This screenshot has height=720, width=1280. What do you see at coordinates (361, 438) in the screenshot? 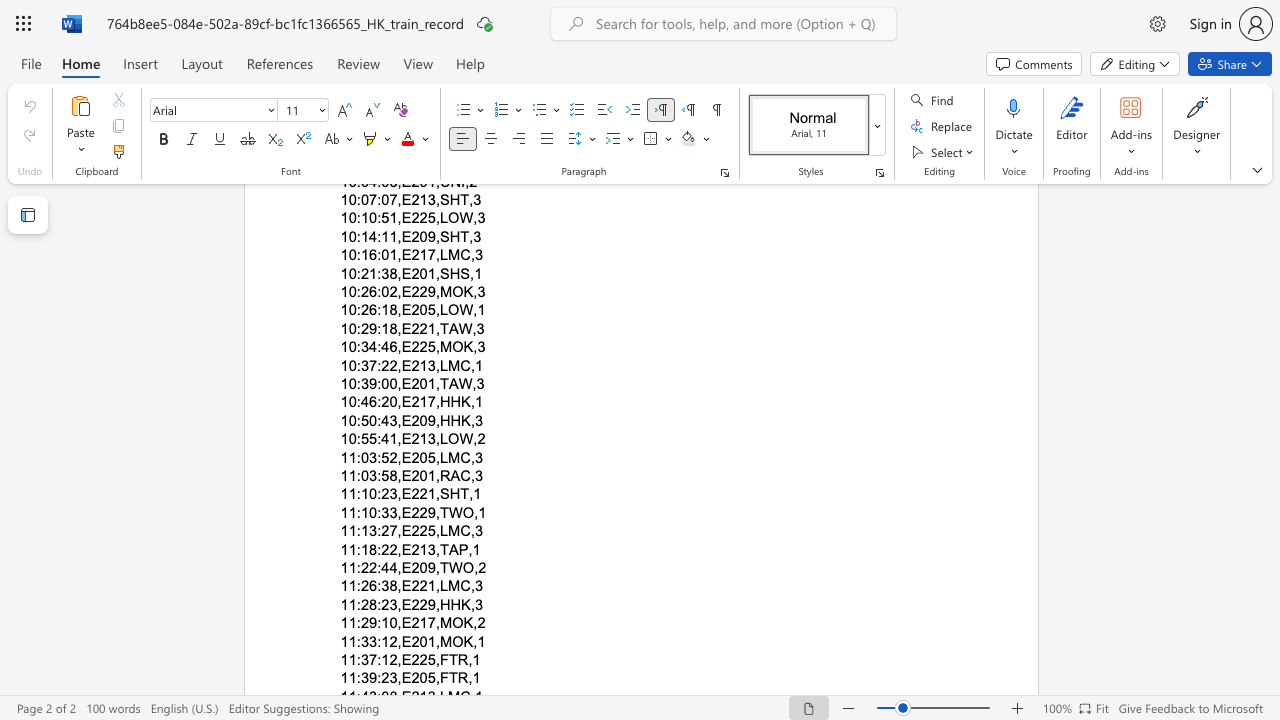
I see `the space between the continuous character ":" and "5" in the text` at bounding box center [361, 438].